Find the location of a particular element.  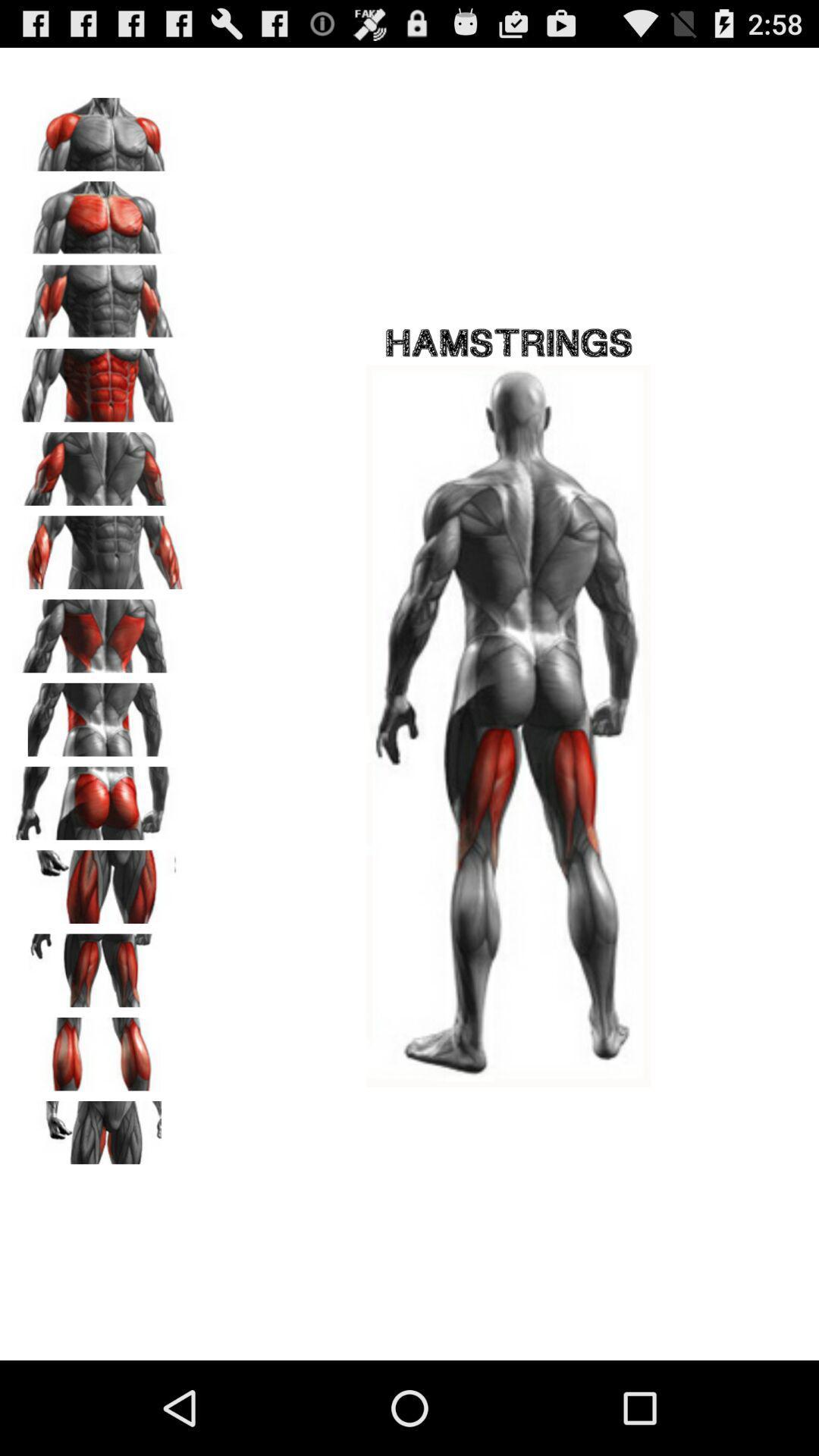

upper back muscles is located at coordinates (99, 631).